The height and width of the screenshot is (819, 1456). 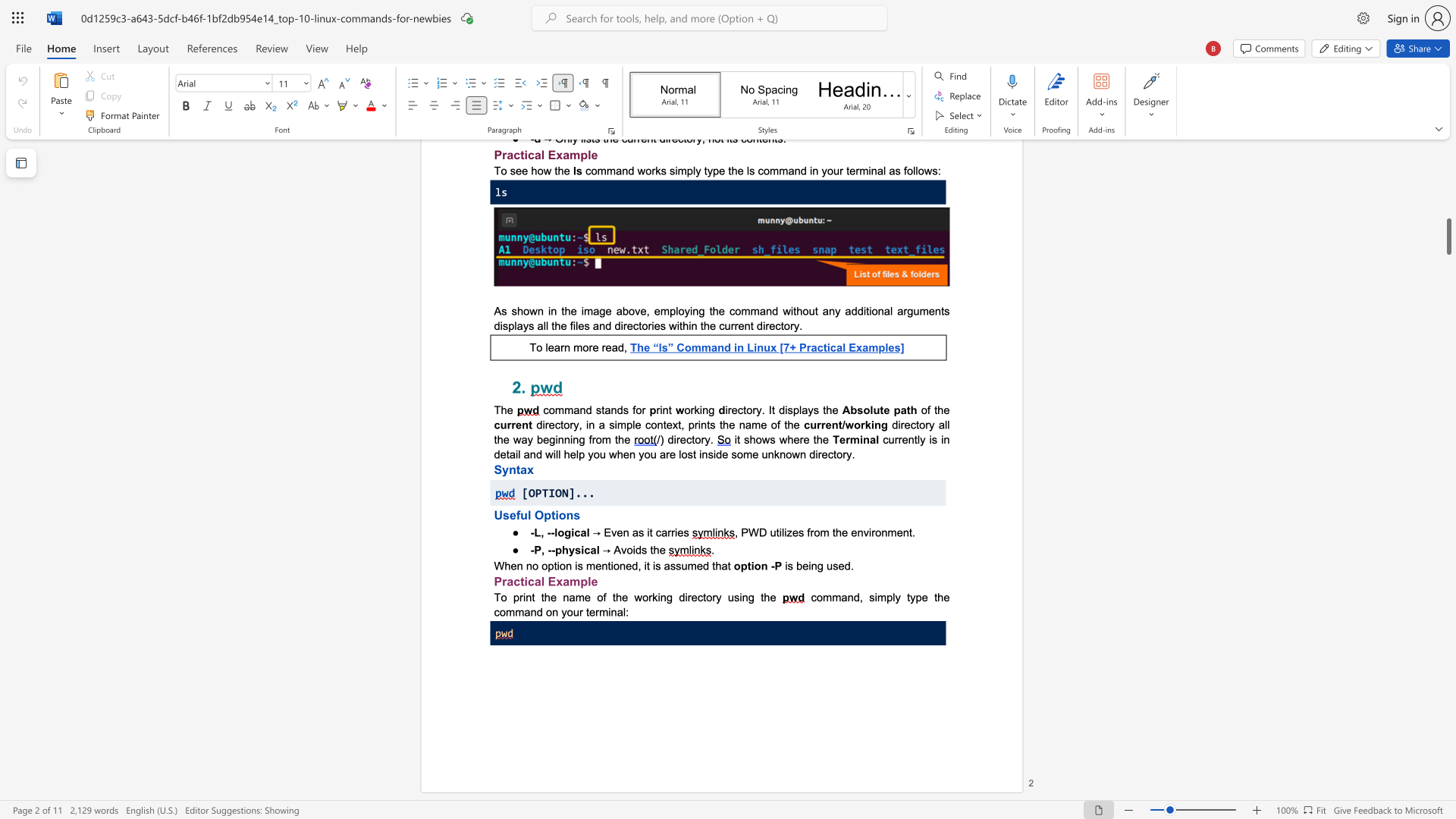 I want to click on the subset text "bei" within the text "is being used.", so click(x=795, y=566).